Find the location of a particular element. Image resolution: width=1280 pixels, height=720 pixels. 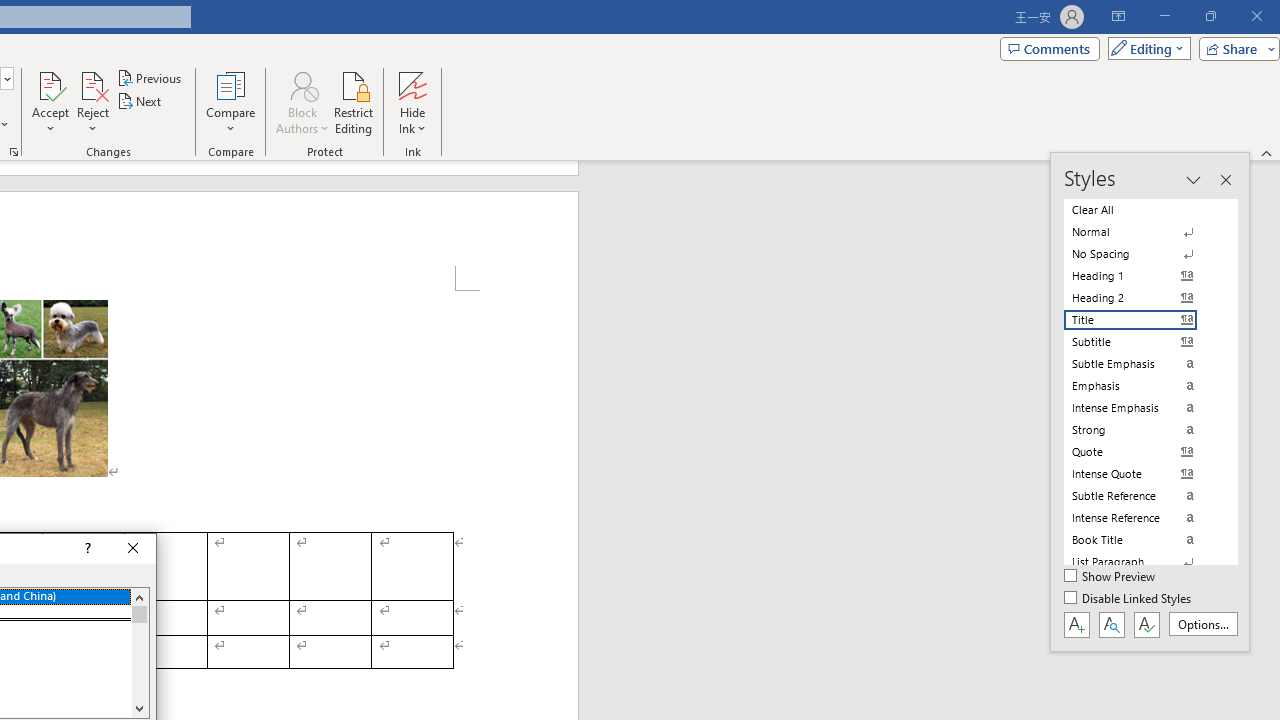

'Next' is located at coordinates (139, 101).